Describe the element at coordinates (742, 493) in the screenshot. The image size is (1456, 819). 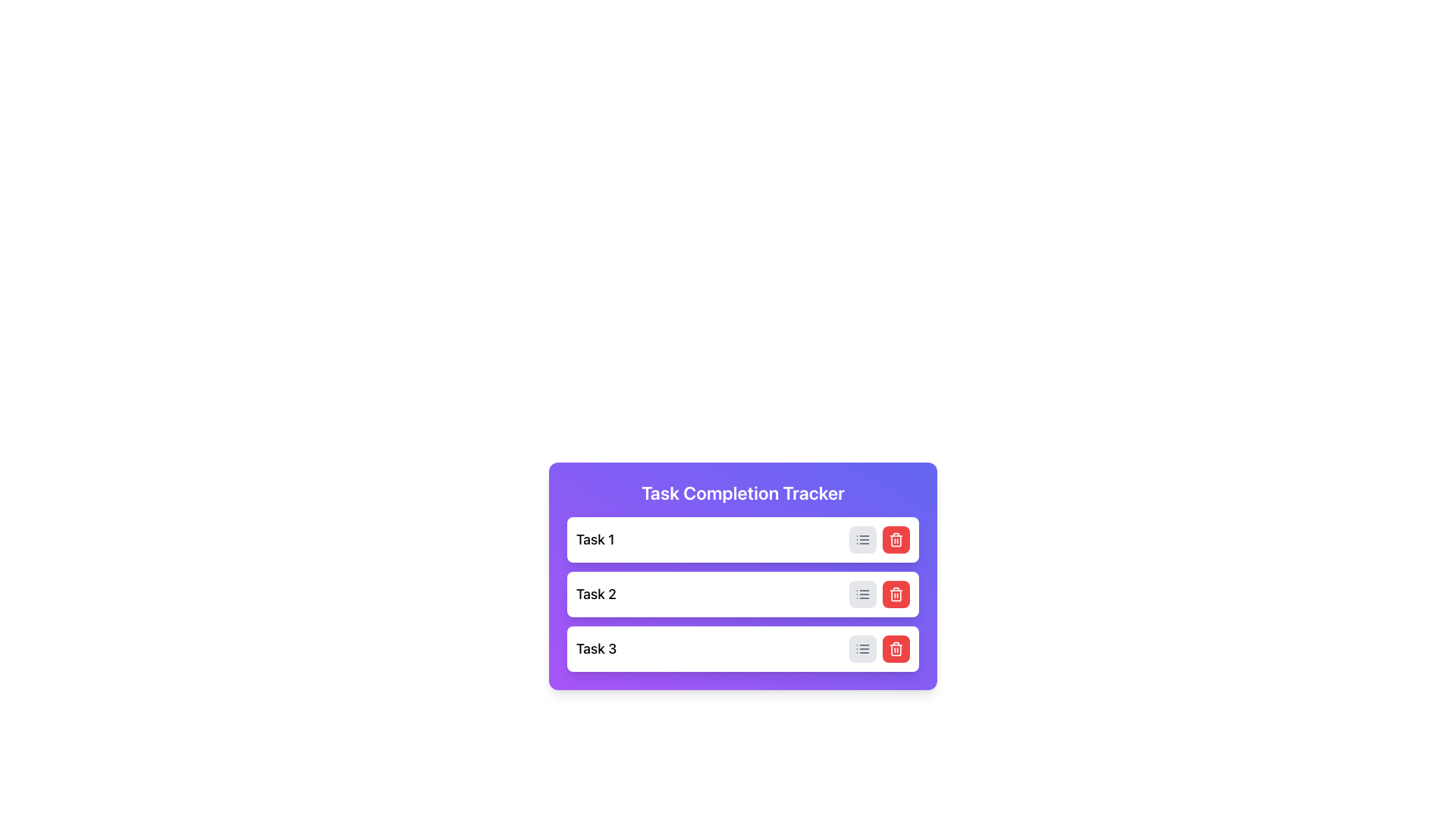
I see `the static text header indicating the context for tracking task completion, located at the top of the card-like section` at that location.